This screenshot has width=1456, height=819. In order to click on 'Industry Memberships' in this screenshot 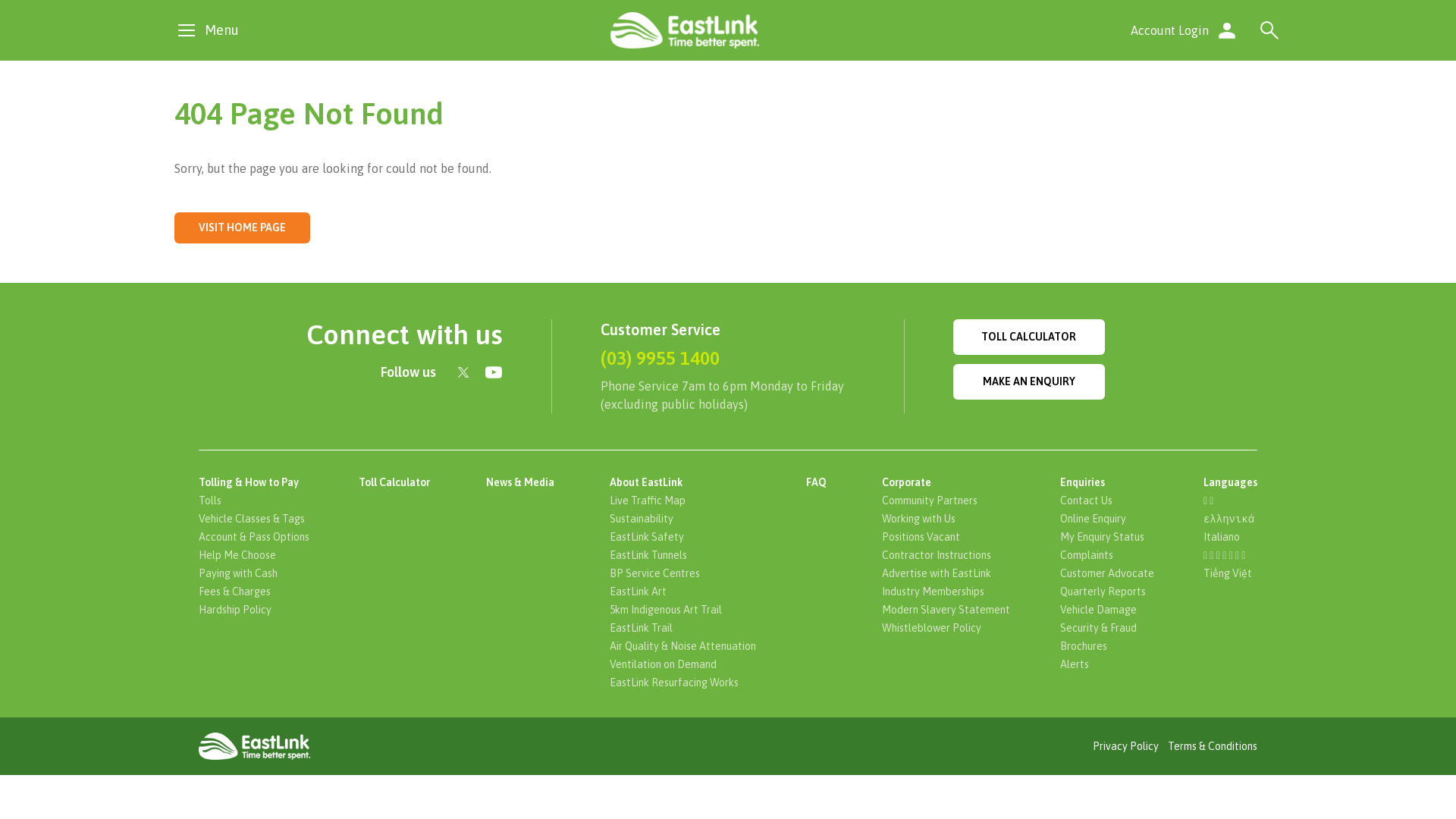, I will do `click(938, 590)`.